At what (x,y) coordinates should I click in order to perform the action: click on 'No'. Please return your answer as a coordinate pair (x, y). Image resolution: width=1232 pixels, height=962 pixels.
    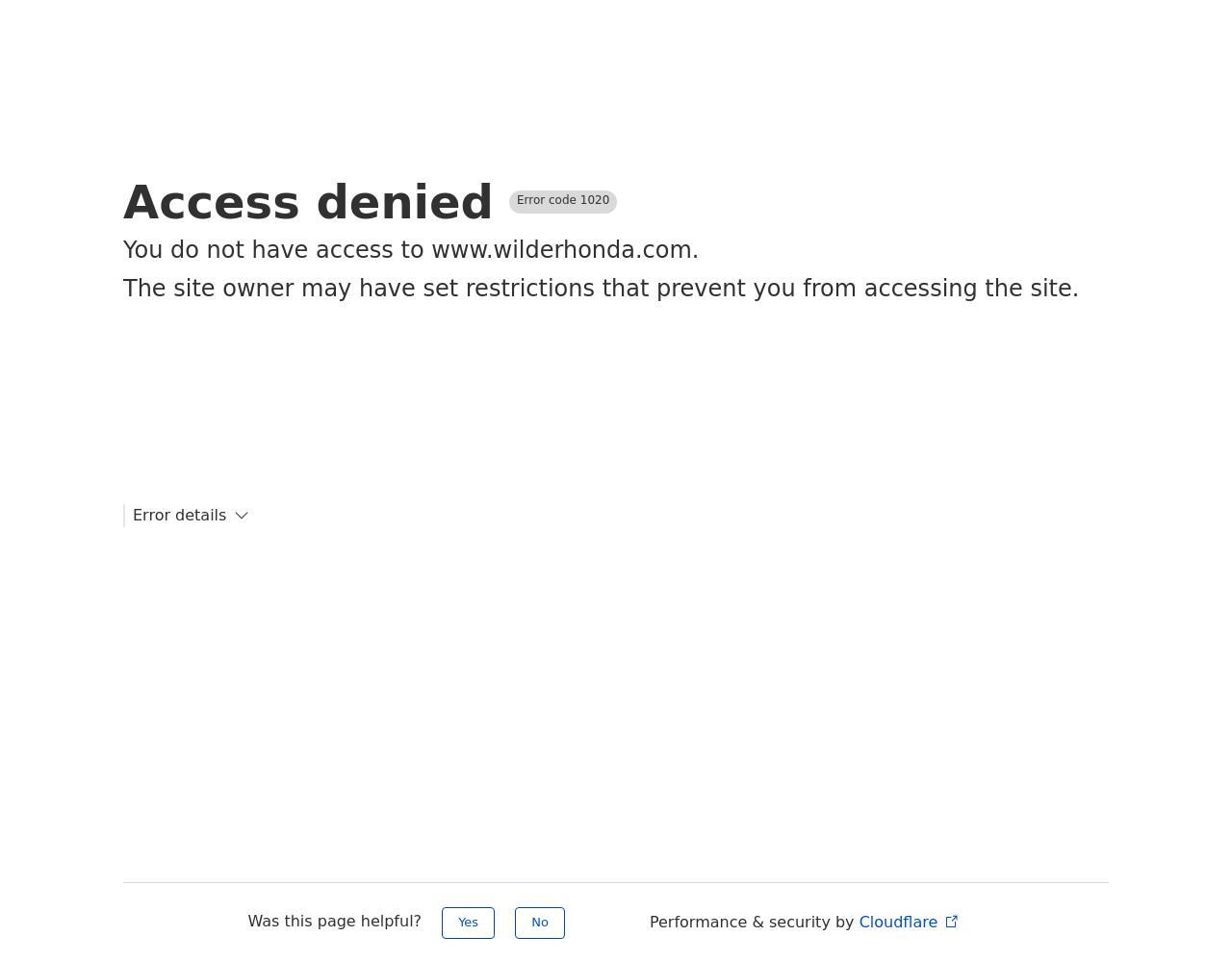
    Looking at the image, I should click on (539, 921).